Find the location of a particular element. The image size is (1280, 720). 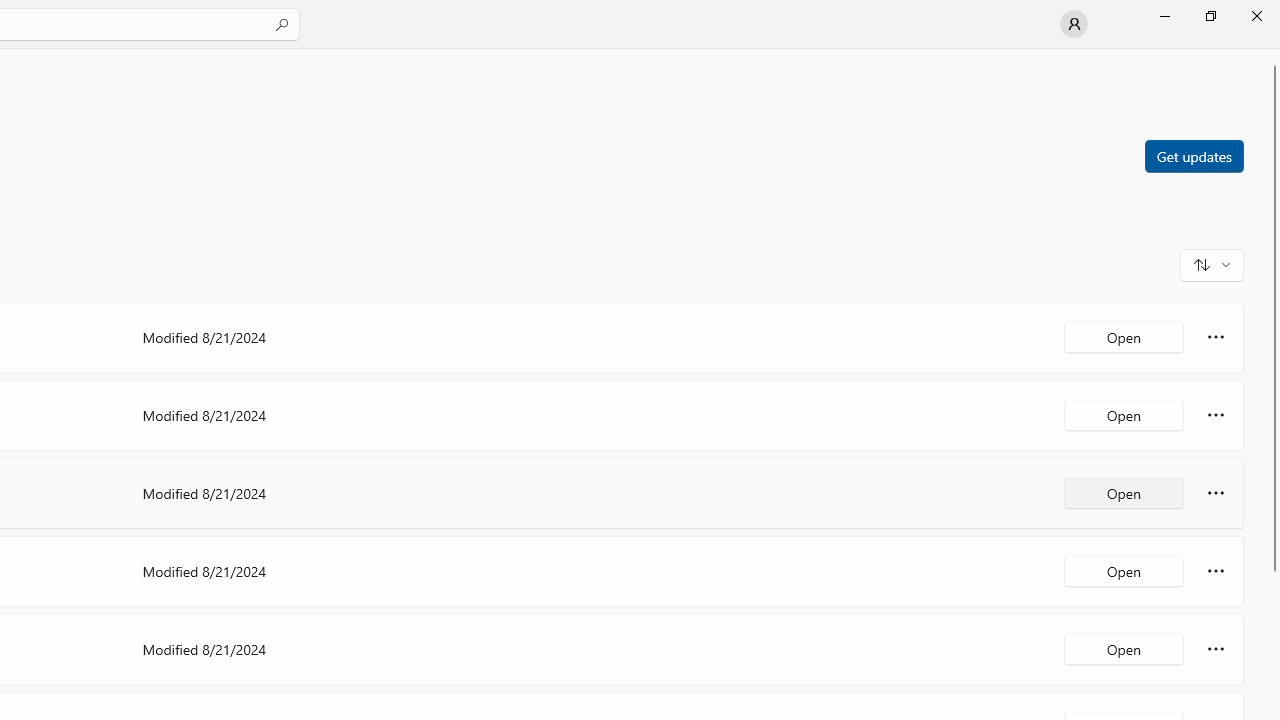

'Restore Microsoft Store' is located at coordinates (1209, 15).